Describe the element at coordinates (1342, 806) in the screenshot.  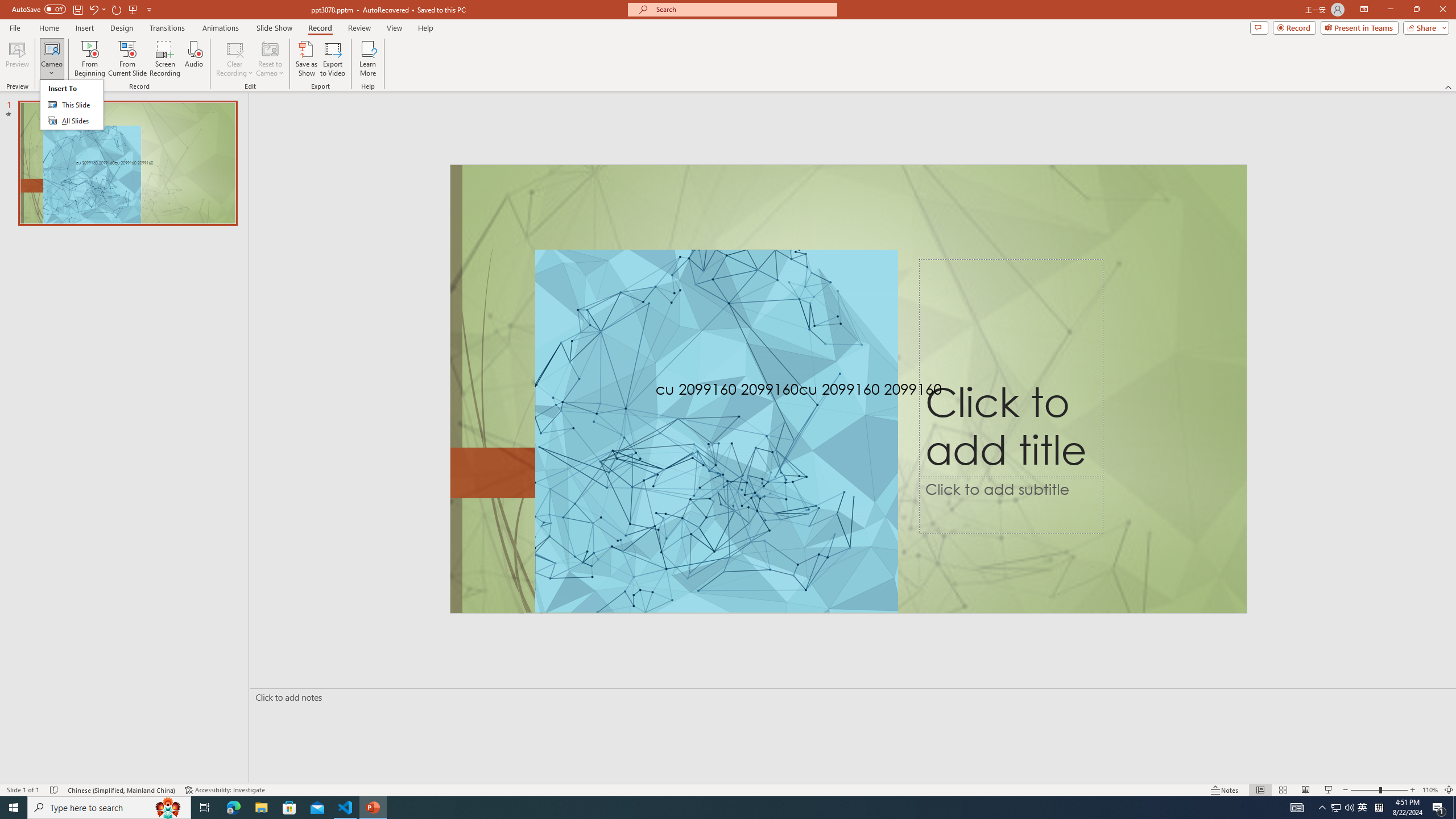
I see `'User Promoted Notification Area'` at that location.